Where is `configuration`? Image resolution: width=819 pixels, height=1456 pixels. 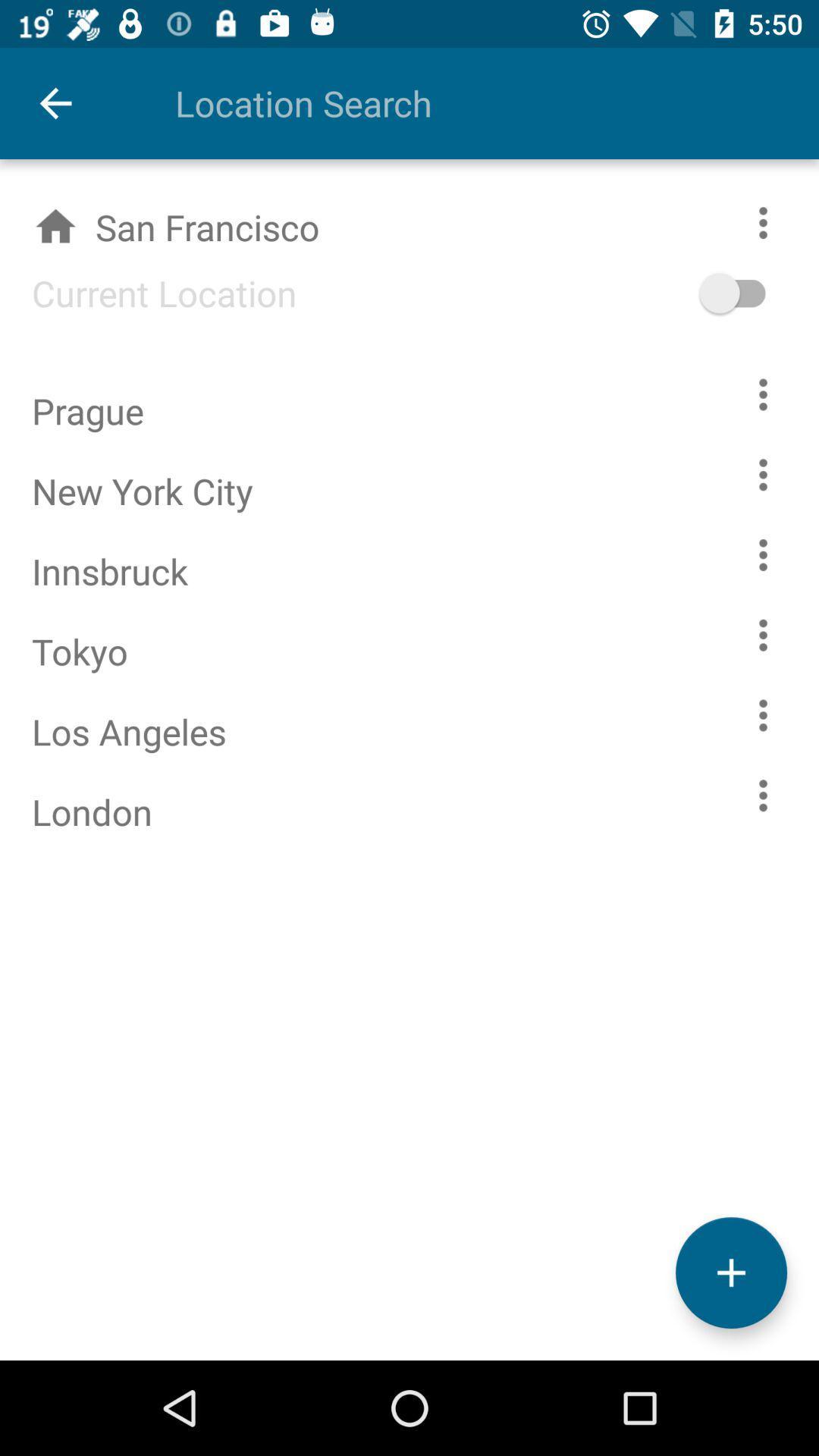 configuration is located at coordinates (763, 714).